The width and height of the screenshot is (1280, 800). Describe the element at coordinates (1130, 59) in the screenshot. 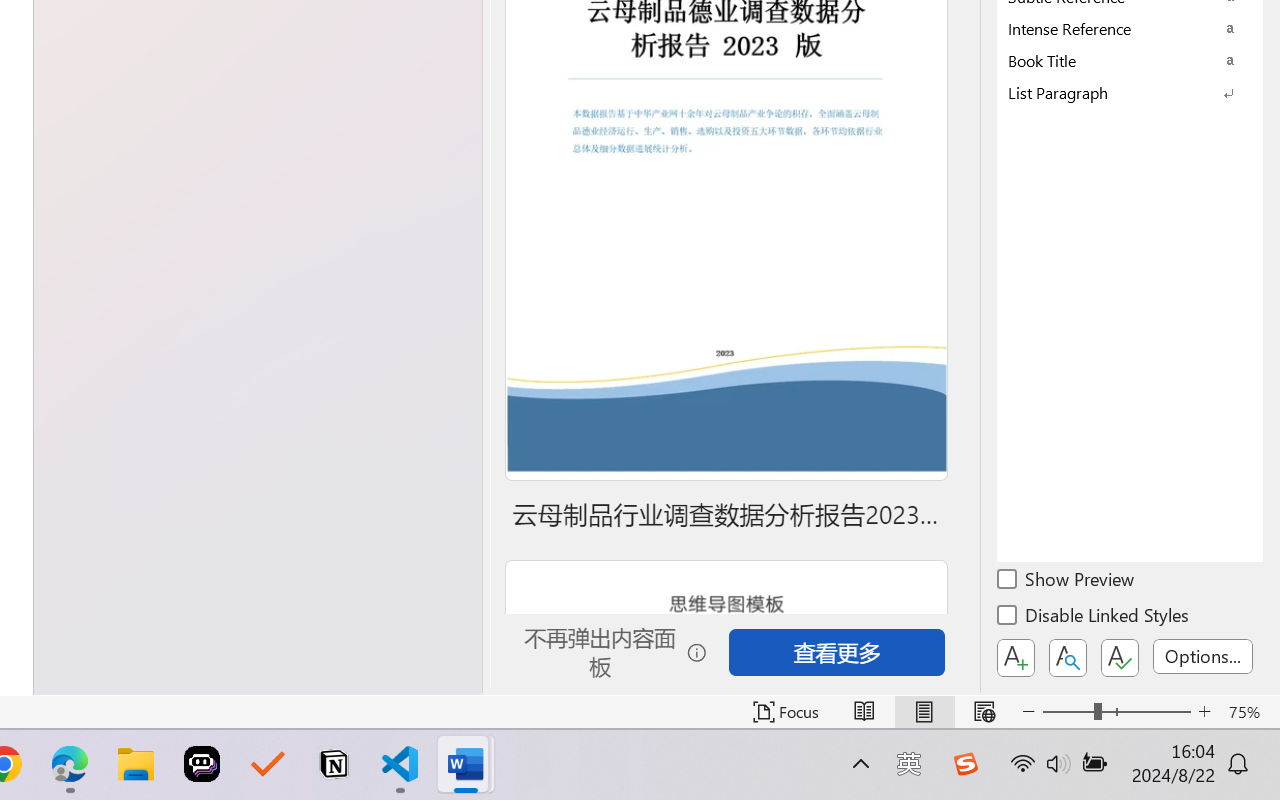

I see `'Book Title'` at that location.